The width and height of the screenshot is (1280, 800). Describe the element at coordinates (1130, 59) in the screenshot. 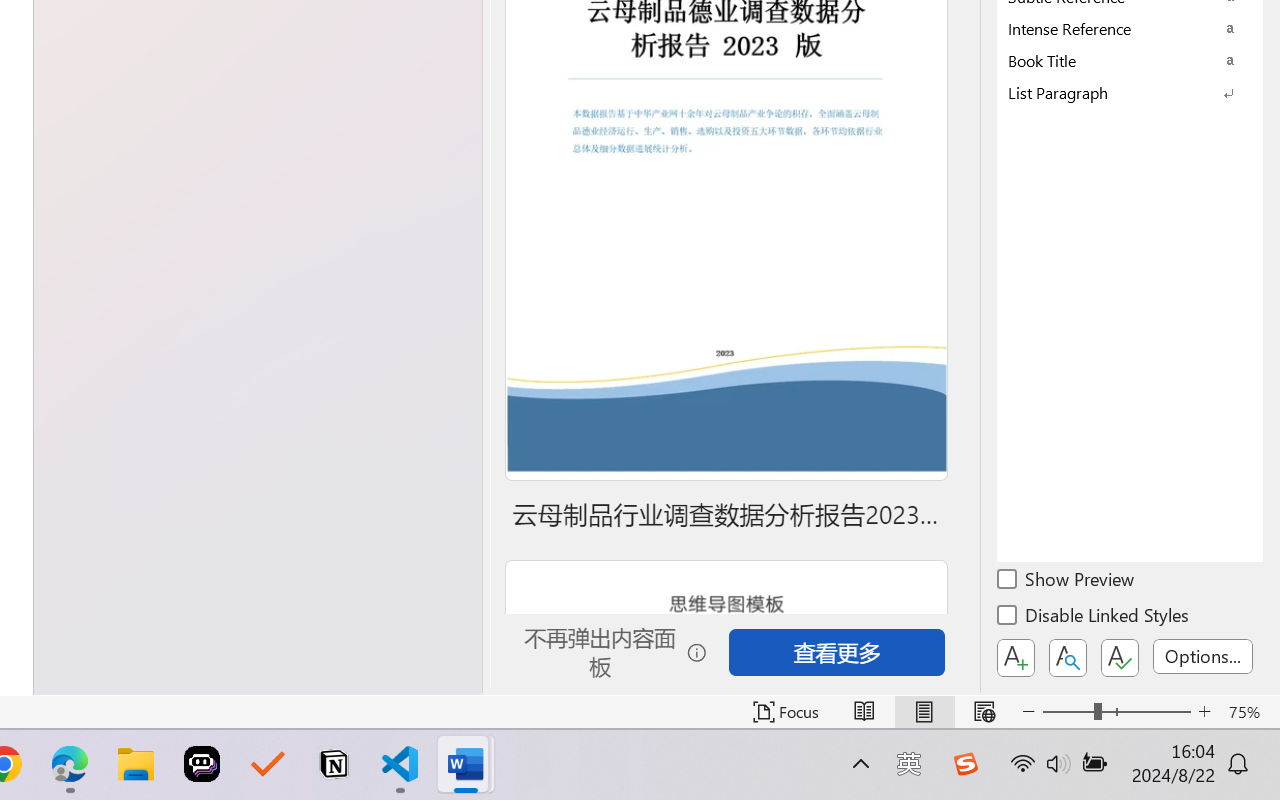

I see `'Book Title'` at that location.